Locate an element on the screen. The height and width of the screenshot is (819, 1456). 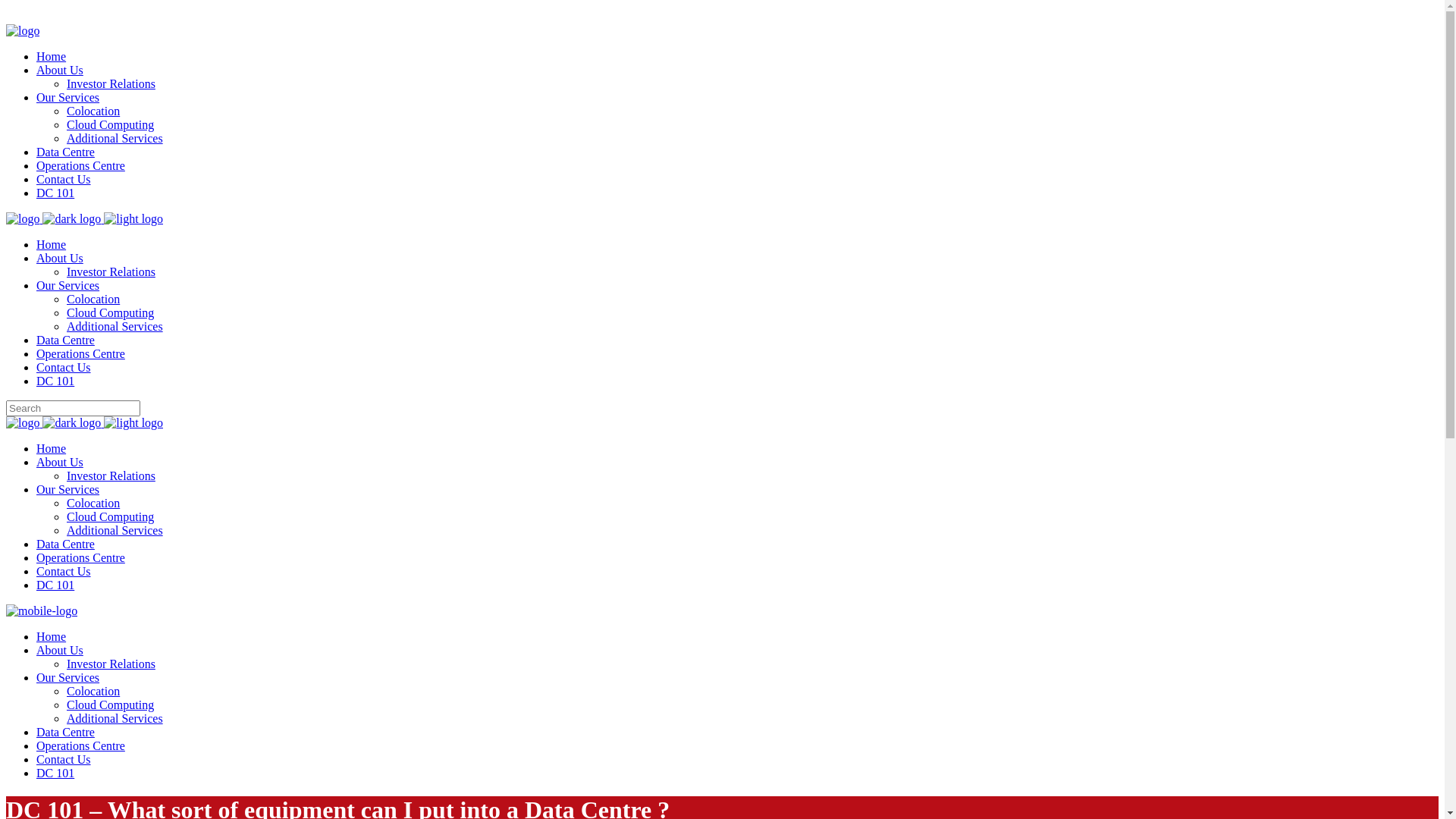
'Colocation' is located at coordinates (93, 110).